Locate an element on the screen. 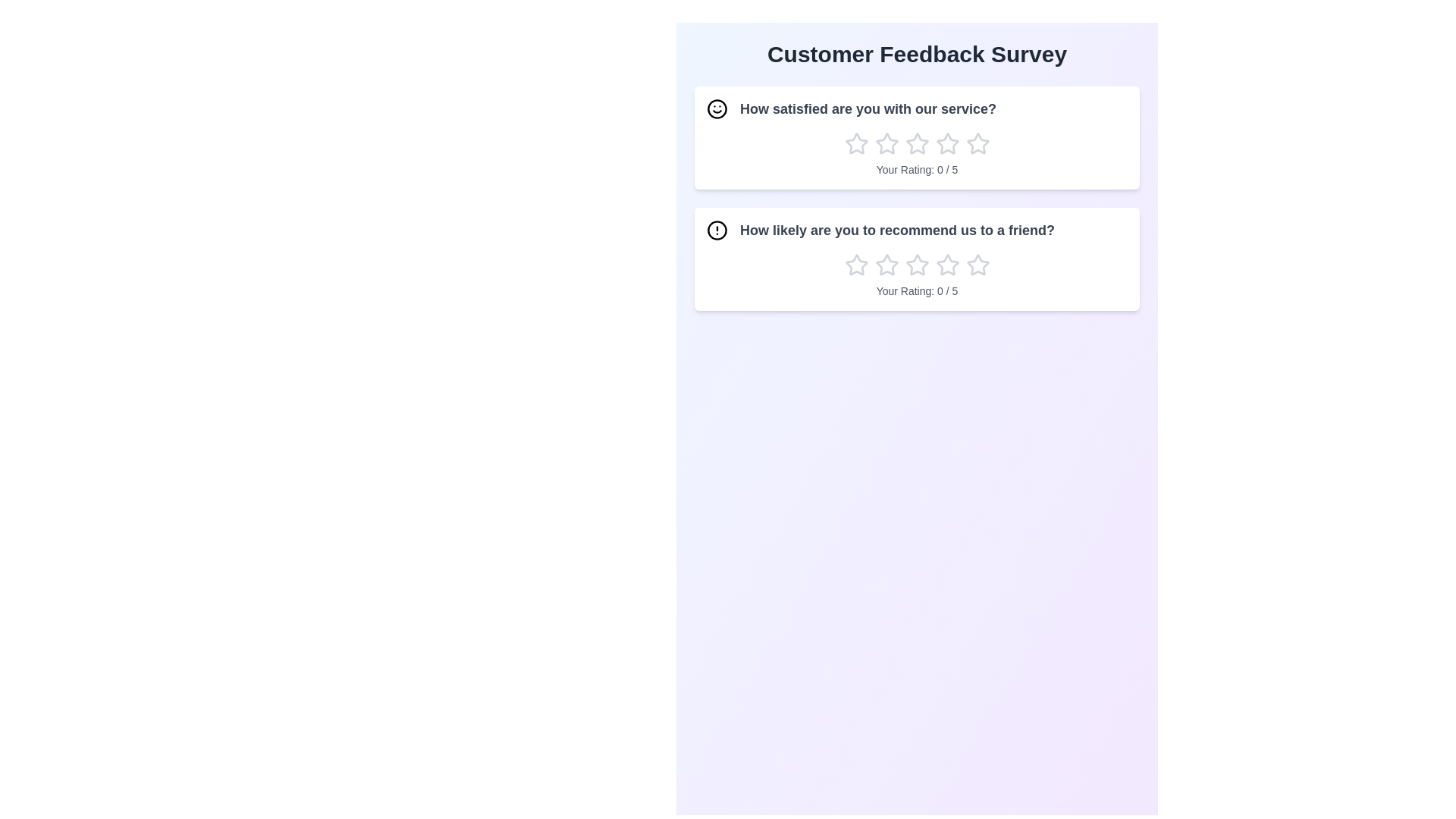 The width and height of the screenshot is (1456, 819). the icon associated with the question 'How satisfied are you with our service?' is located at coordinates (716, 108).